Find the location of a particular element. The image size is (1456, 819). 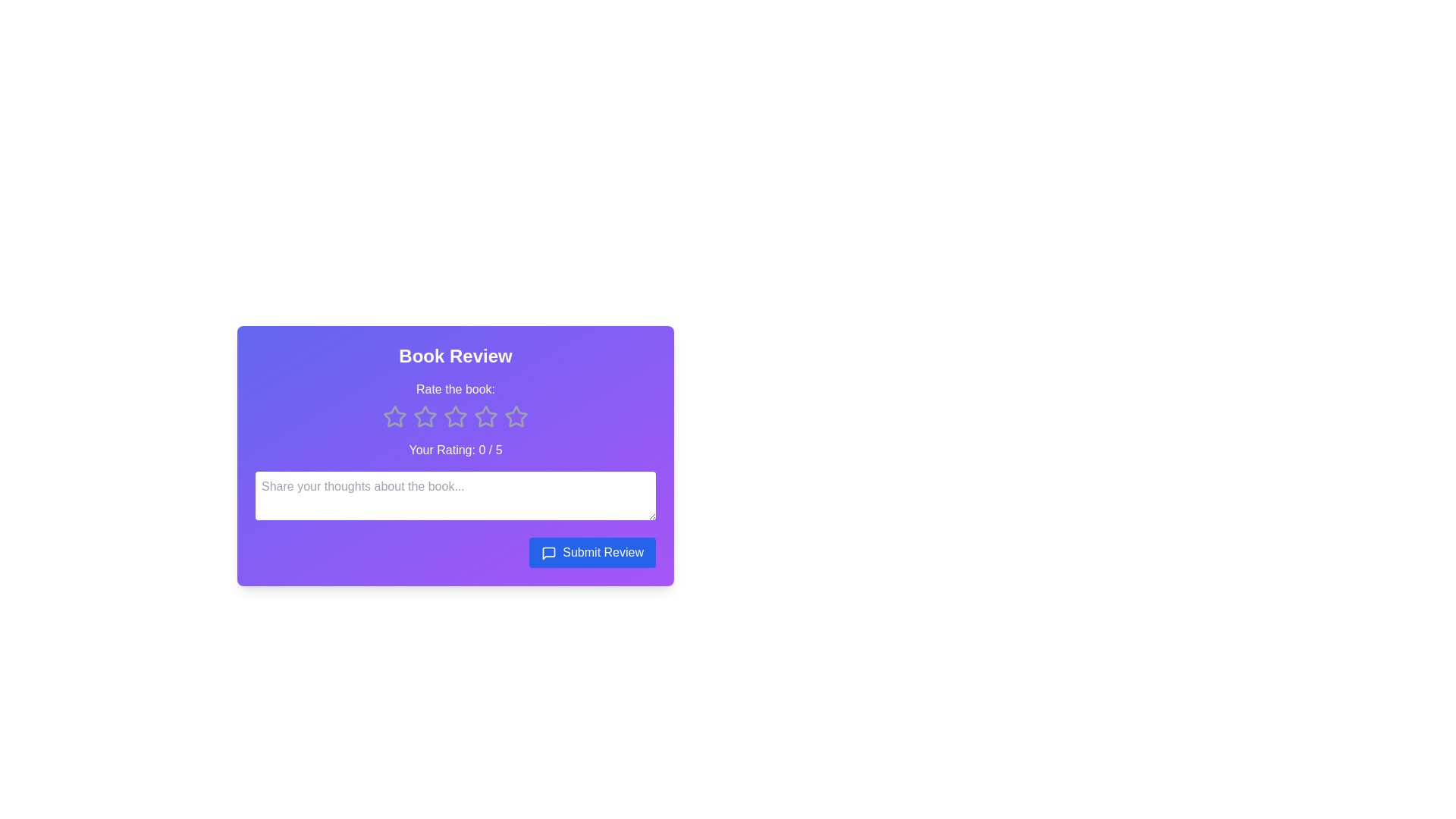

the center of the text input field to focus on it is located at coordinates (454, 496).